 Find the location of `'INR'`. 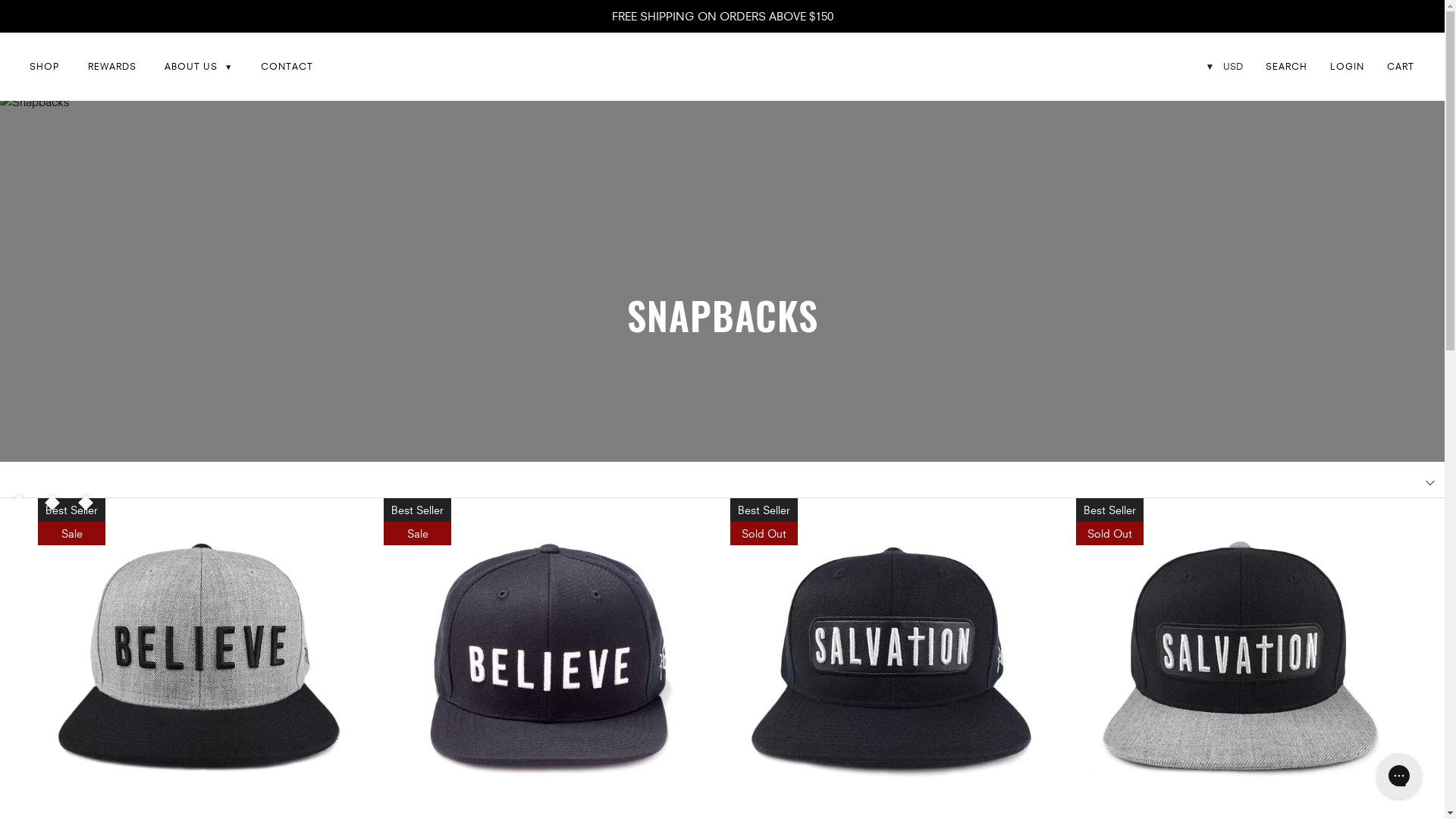

'INR' is located at coordinates (1222, 151).